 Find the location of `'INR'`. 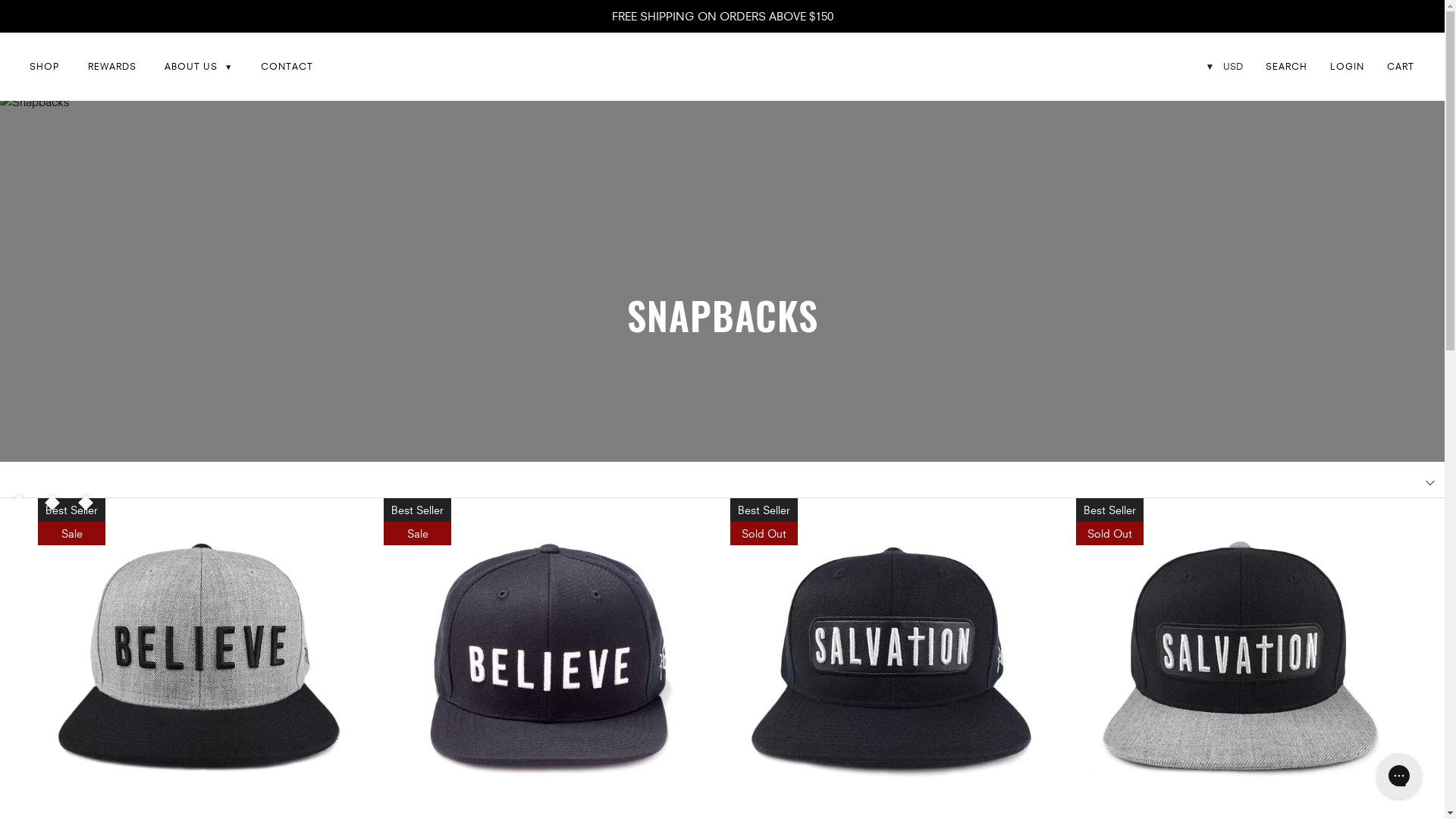

'INR' is located at coordinates (1222, 151).